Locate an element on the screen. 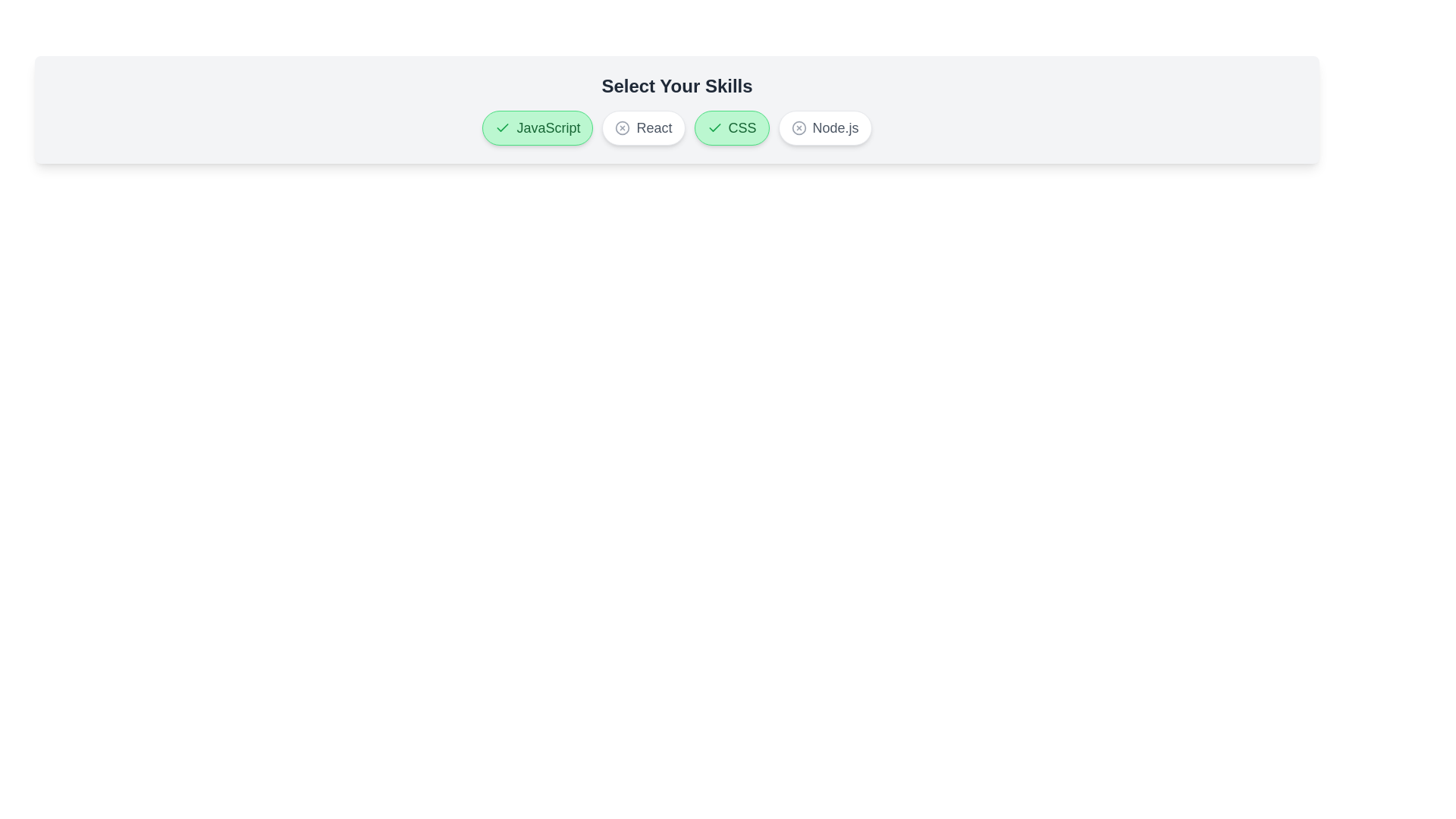 This screenshot has height=819, width=1456. the button labeled Node.js to observe its hover effect is located at coordinates (824, 127).